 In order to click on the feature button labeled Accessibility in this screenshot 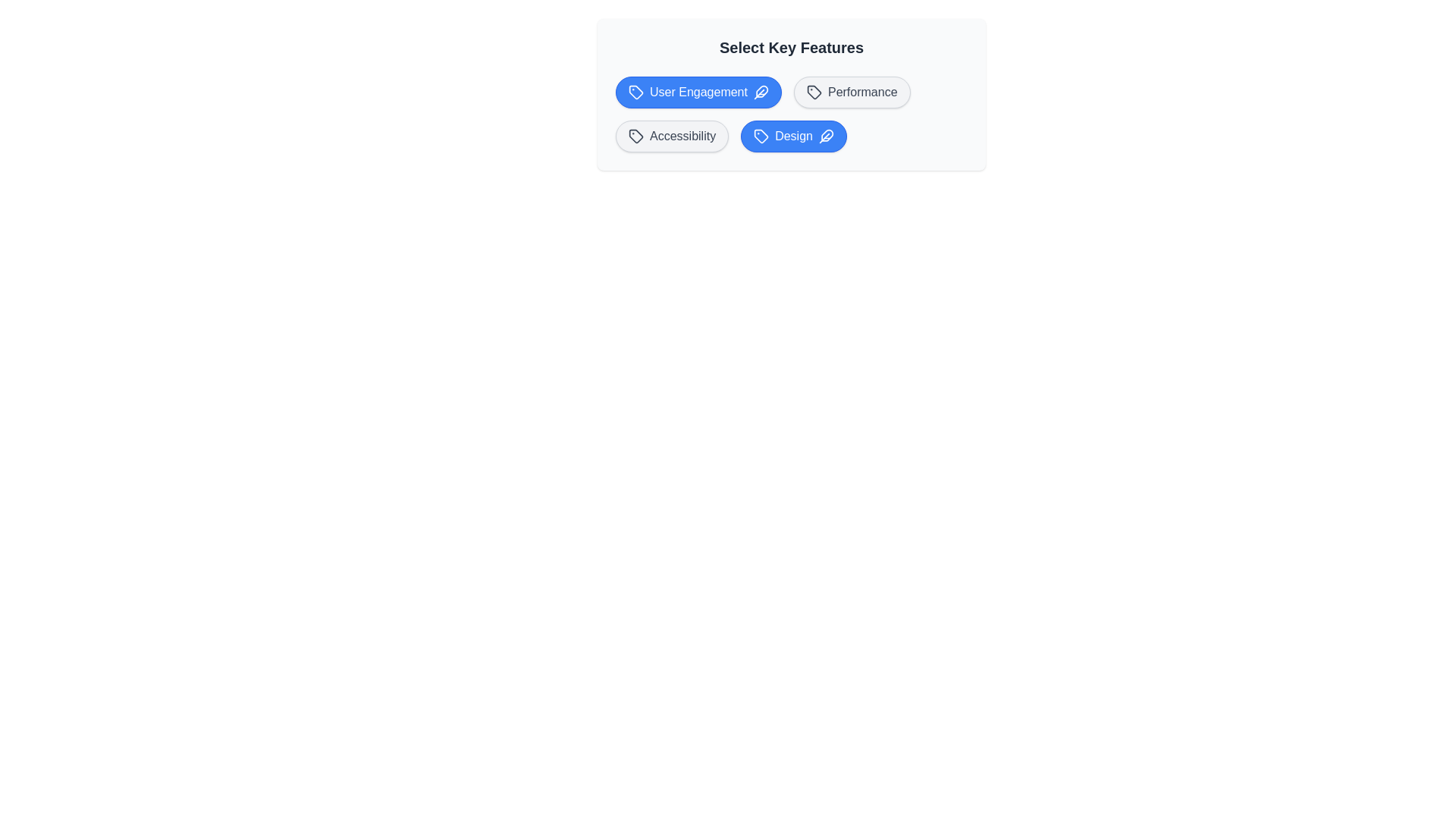, I will do `click(671, 136)`.